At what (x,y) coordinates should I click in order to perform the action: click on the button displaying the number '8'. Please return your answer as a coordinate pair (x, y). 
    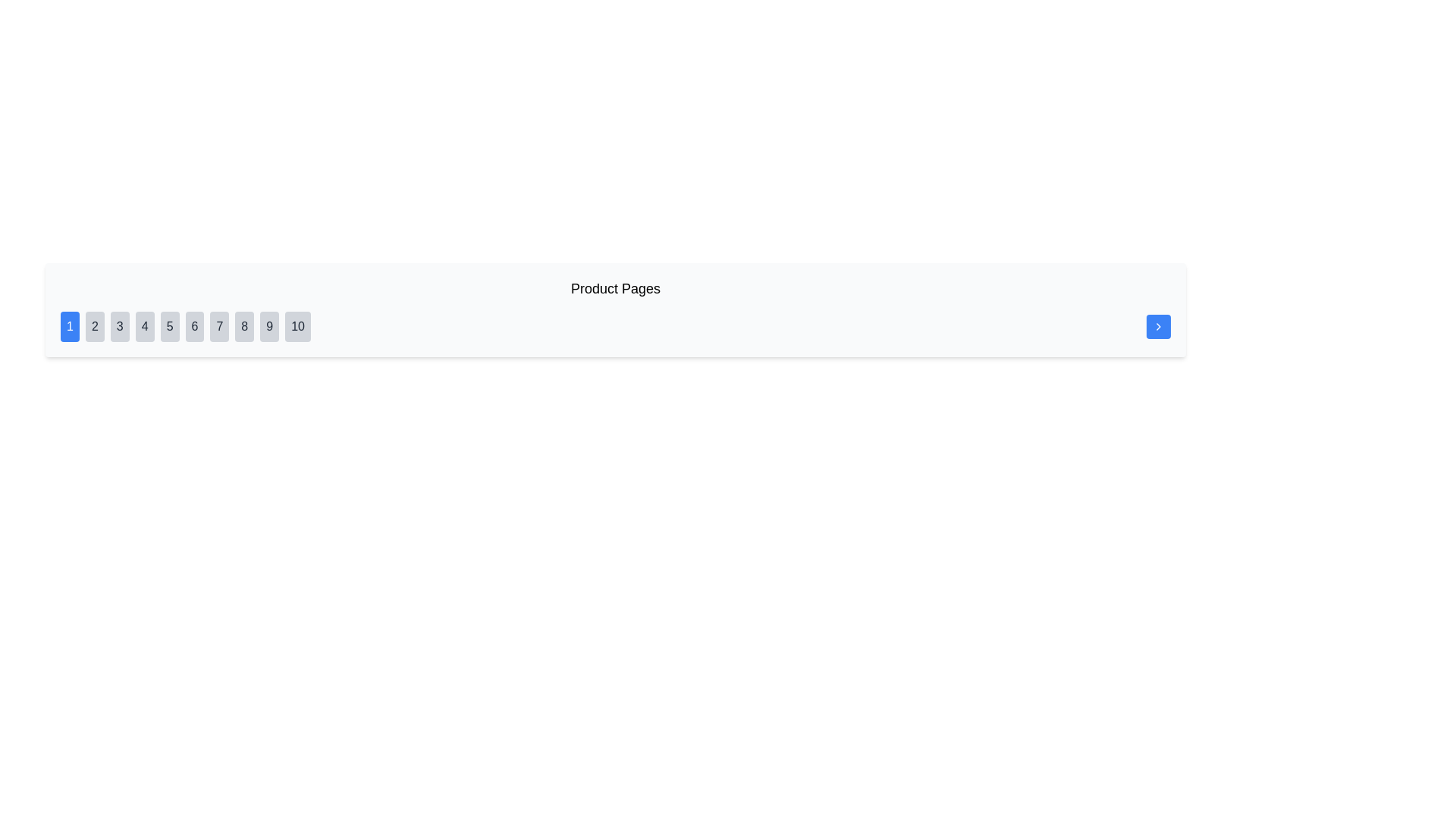
    Looking at the image, I should click on (244, 326).